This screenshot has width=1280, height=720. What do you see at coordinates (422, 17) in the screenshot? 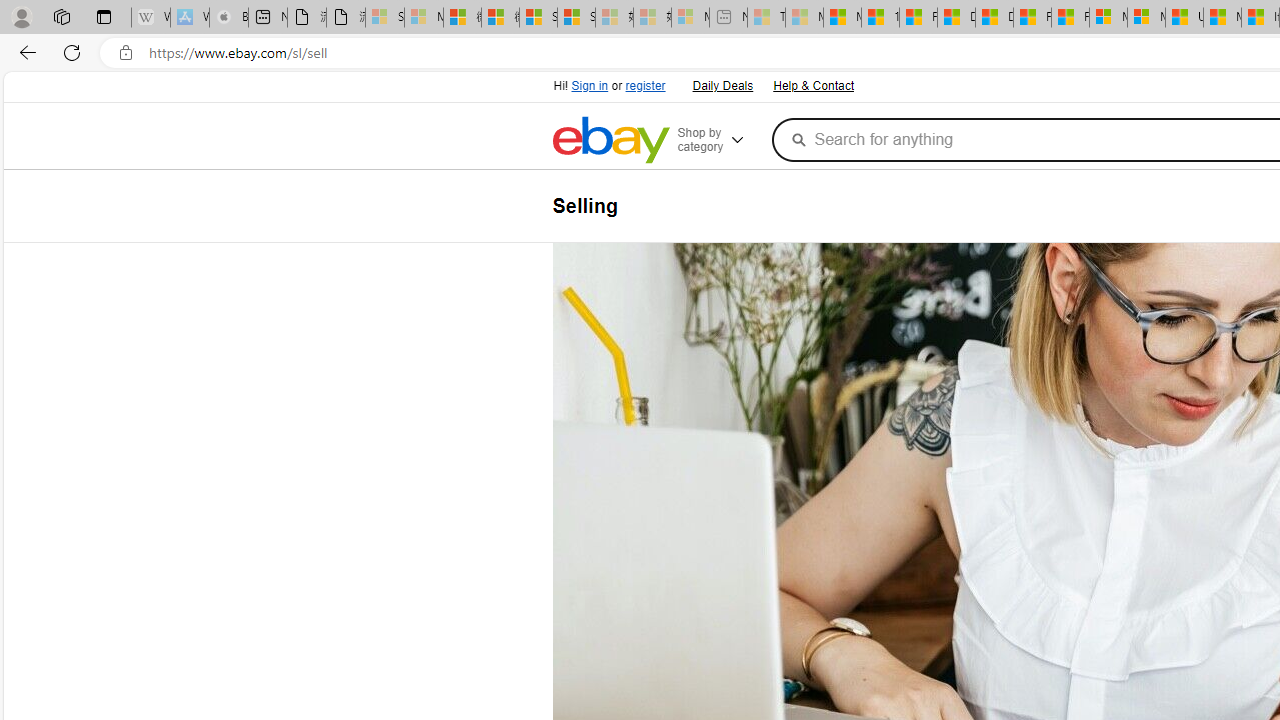
I see `'Microsoft Services Agreement - Sleeping'` at bounding box center [422, 17].